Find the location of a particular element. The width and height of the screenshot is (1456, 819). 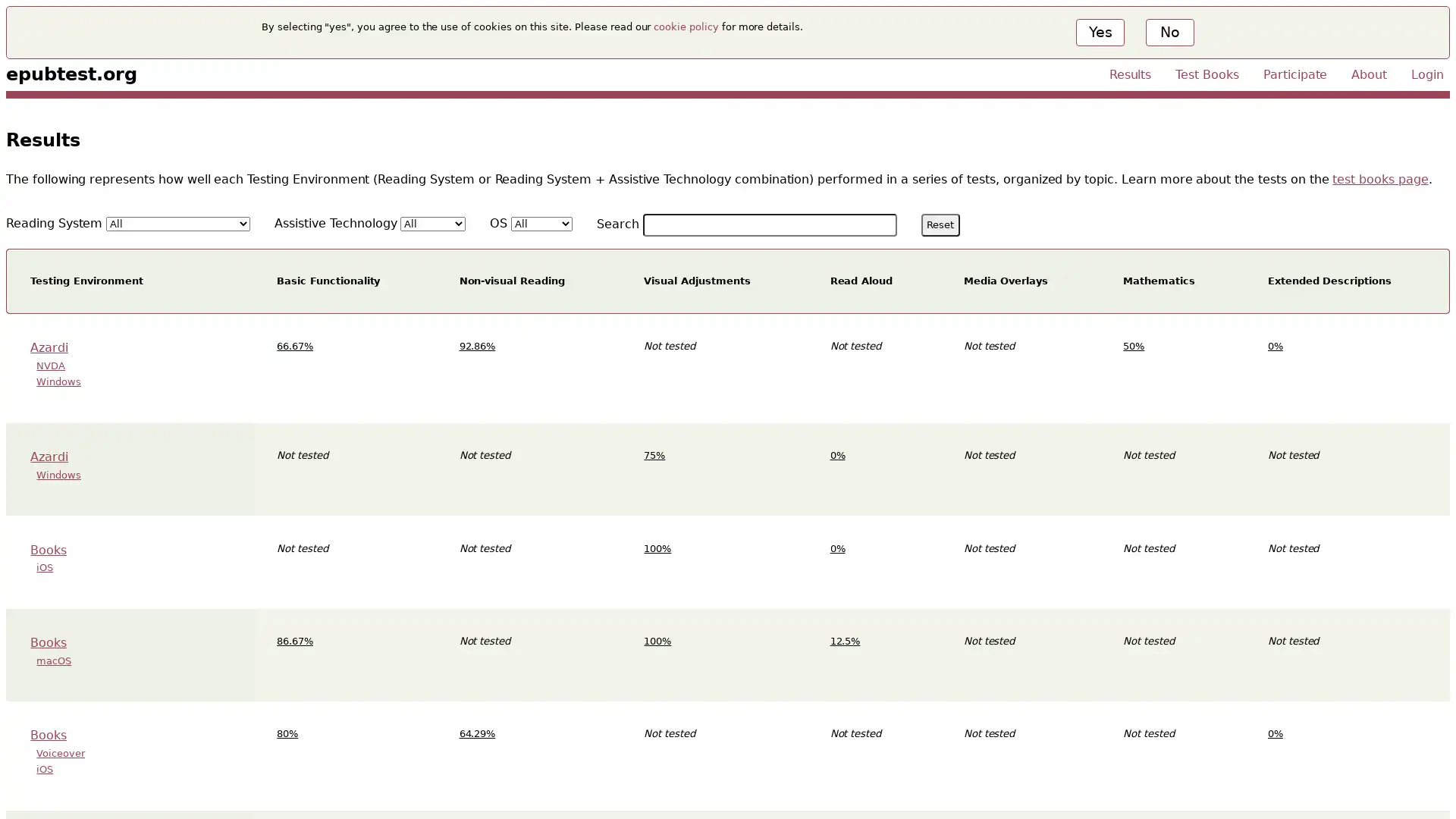

Extended Descriptions is located at coordinates (1328, 281).